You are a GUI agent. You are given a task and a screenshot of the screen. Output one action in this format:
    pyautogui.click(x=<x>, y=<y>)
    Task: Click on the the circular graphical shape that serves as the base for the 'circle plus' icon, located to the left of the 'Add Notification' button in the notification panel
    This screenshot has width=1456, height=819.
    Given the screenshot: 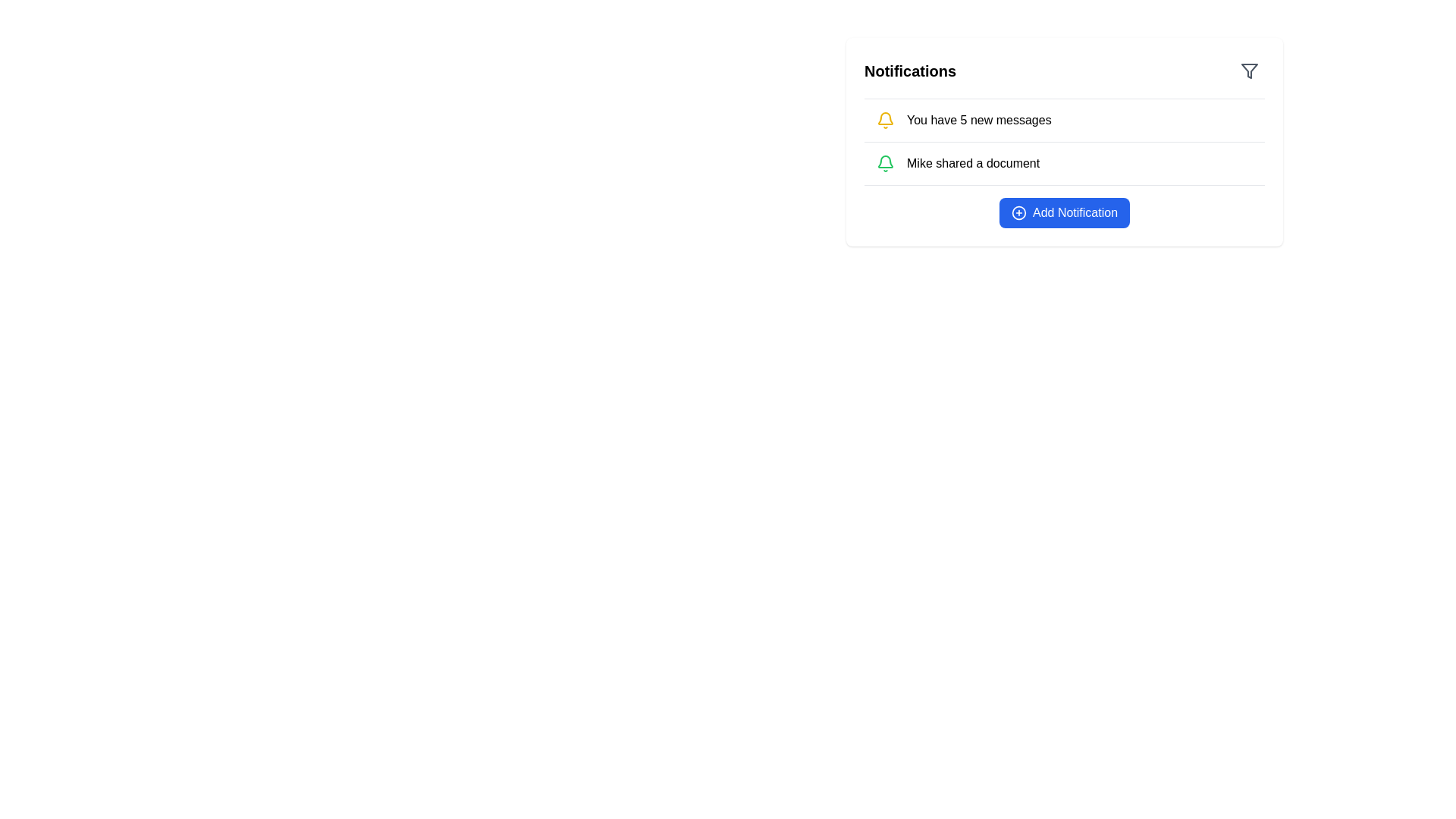 What is the action you would take?
    pyautogui.click(x=1019, y=213)
    